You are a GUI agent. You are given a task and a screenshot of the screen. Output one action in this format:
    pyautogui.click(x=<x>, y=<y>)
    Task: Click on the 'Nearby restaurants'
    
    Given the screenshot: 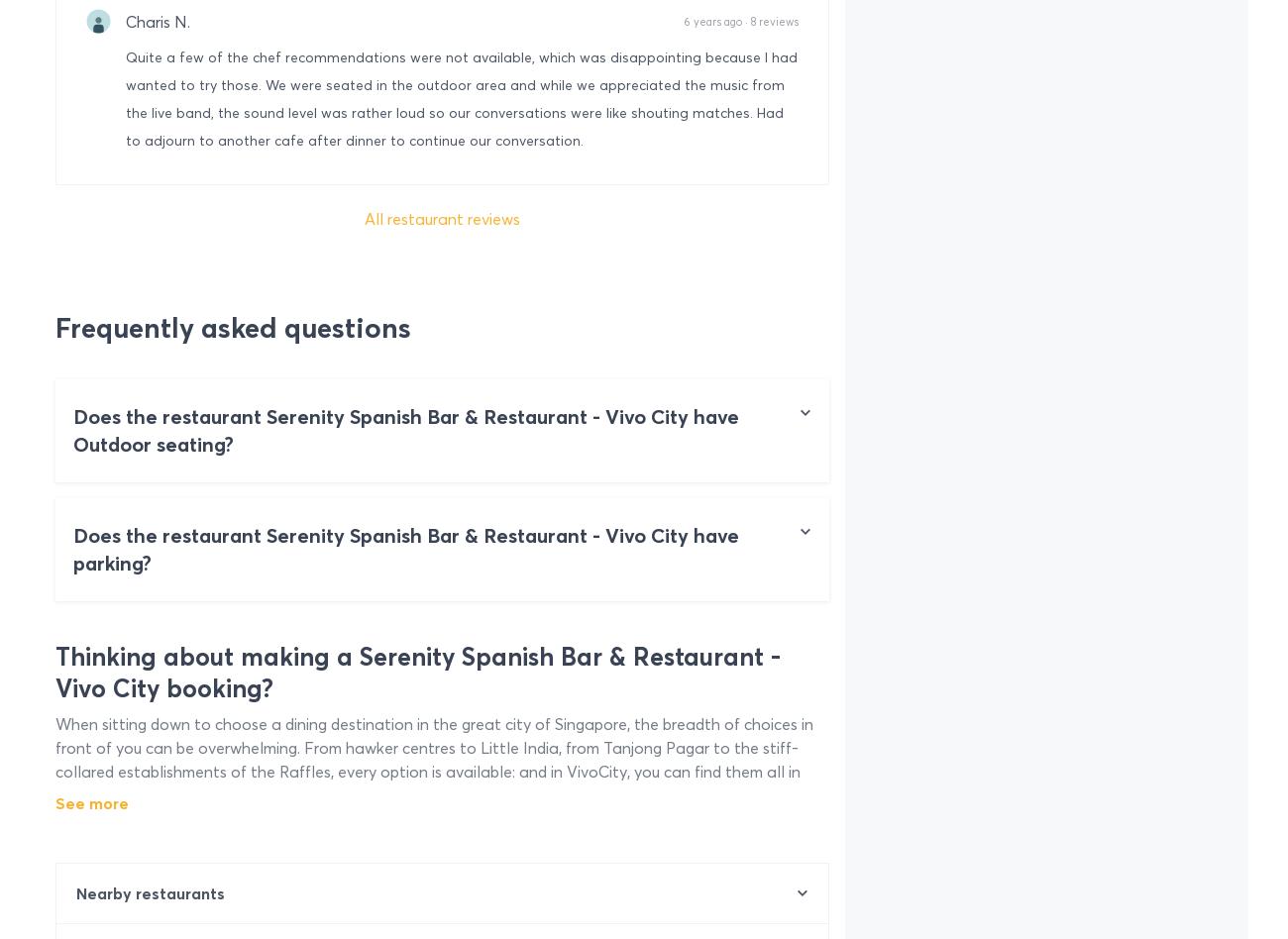 What is the action you would take?
    pyautogui.click(x=149, y=892)
    